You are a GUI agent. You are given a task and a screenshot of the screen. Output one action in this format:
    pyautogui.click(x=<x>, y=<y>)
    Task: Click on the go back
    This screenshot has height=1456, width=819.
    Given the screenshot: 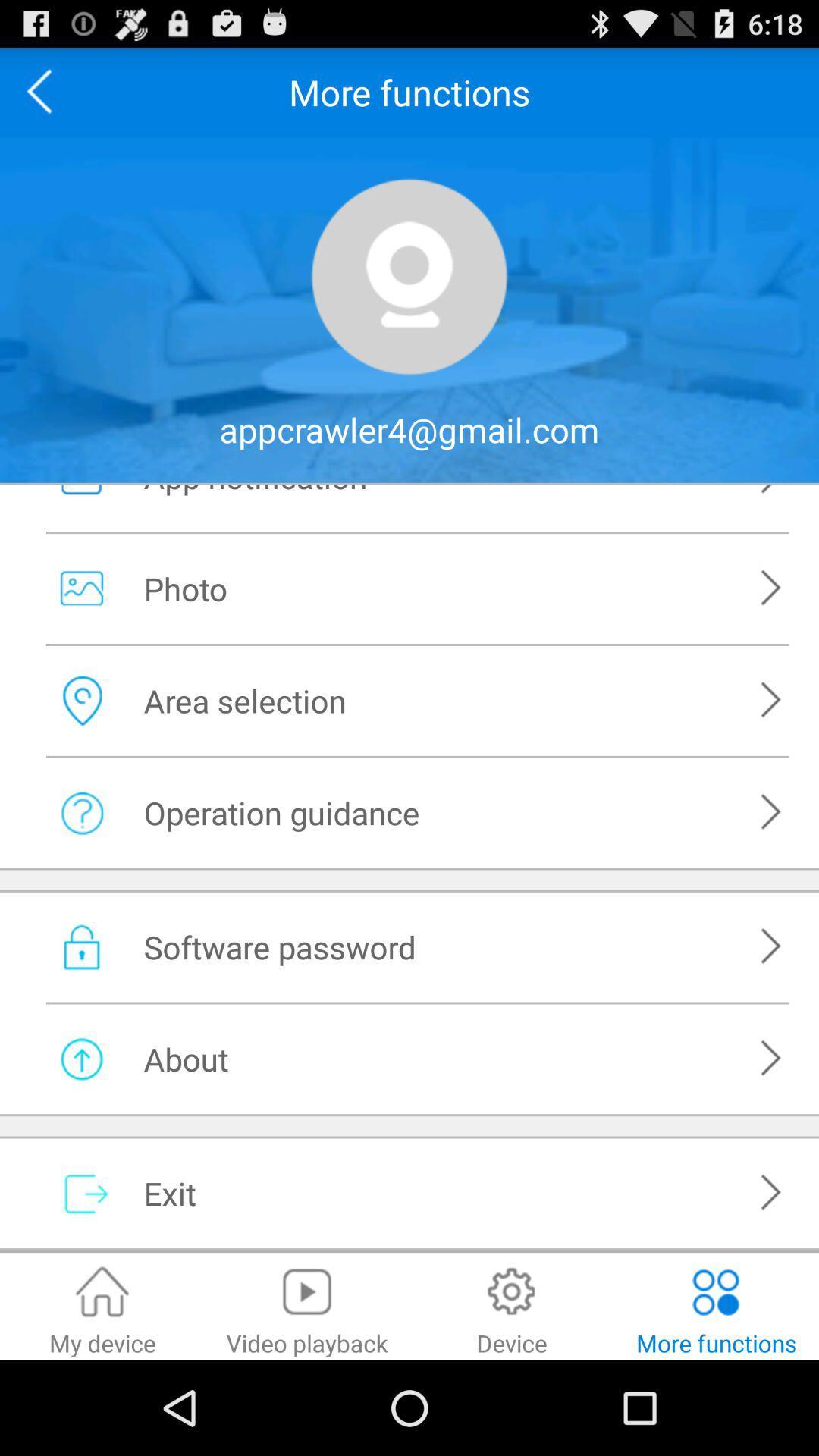 What is the action you would take?
    pyautogui.click(x=44, y=92)
    